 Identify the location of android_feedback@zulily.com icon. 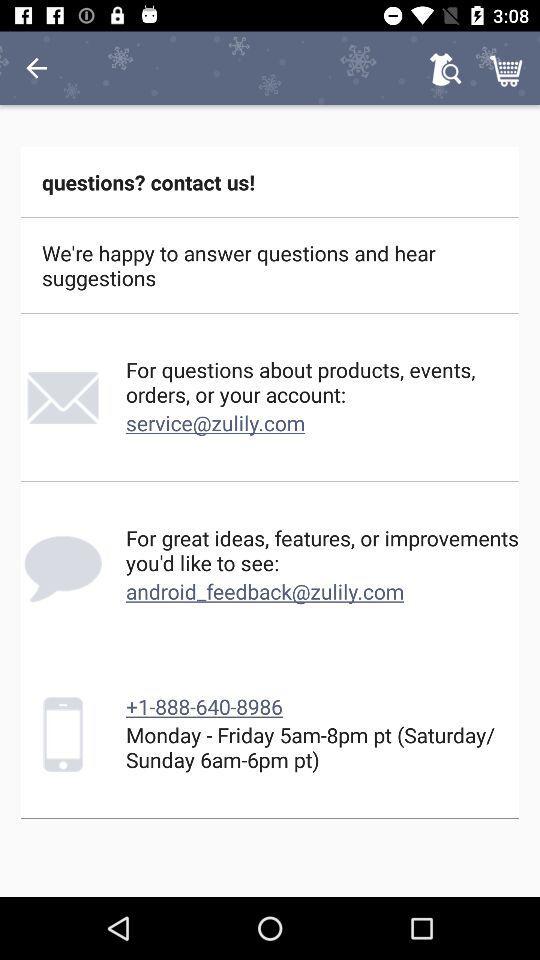
(265, 591).